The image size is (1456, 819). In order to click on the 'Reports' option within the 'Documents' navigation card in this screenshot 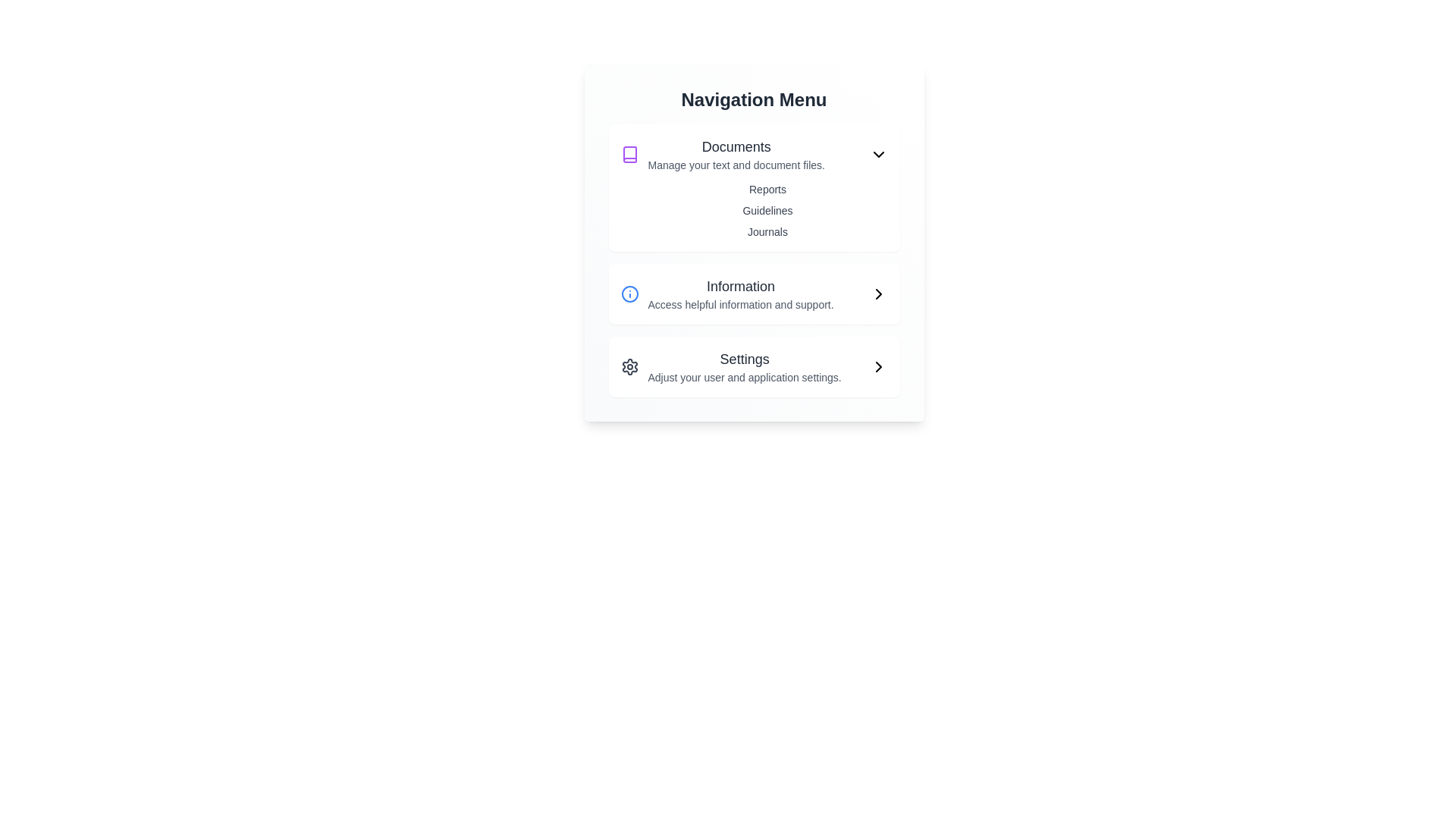, I will do `click(754, 187)`.